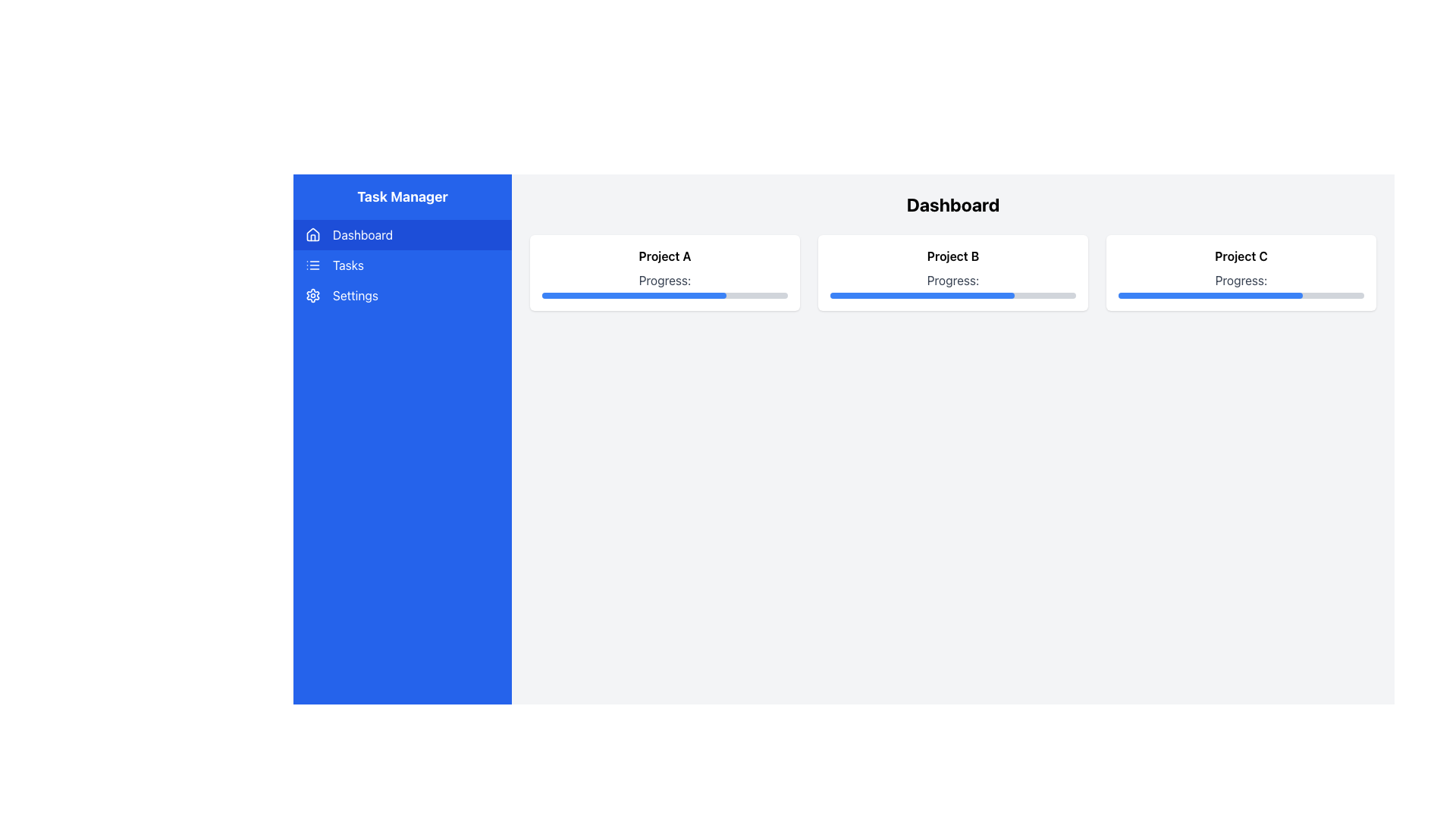  I want to click on the text label displaying 'Progress:' in medium gray color, located centrally in the card labeled 'Project B', positioned above the progress bar, so click(952, 284).